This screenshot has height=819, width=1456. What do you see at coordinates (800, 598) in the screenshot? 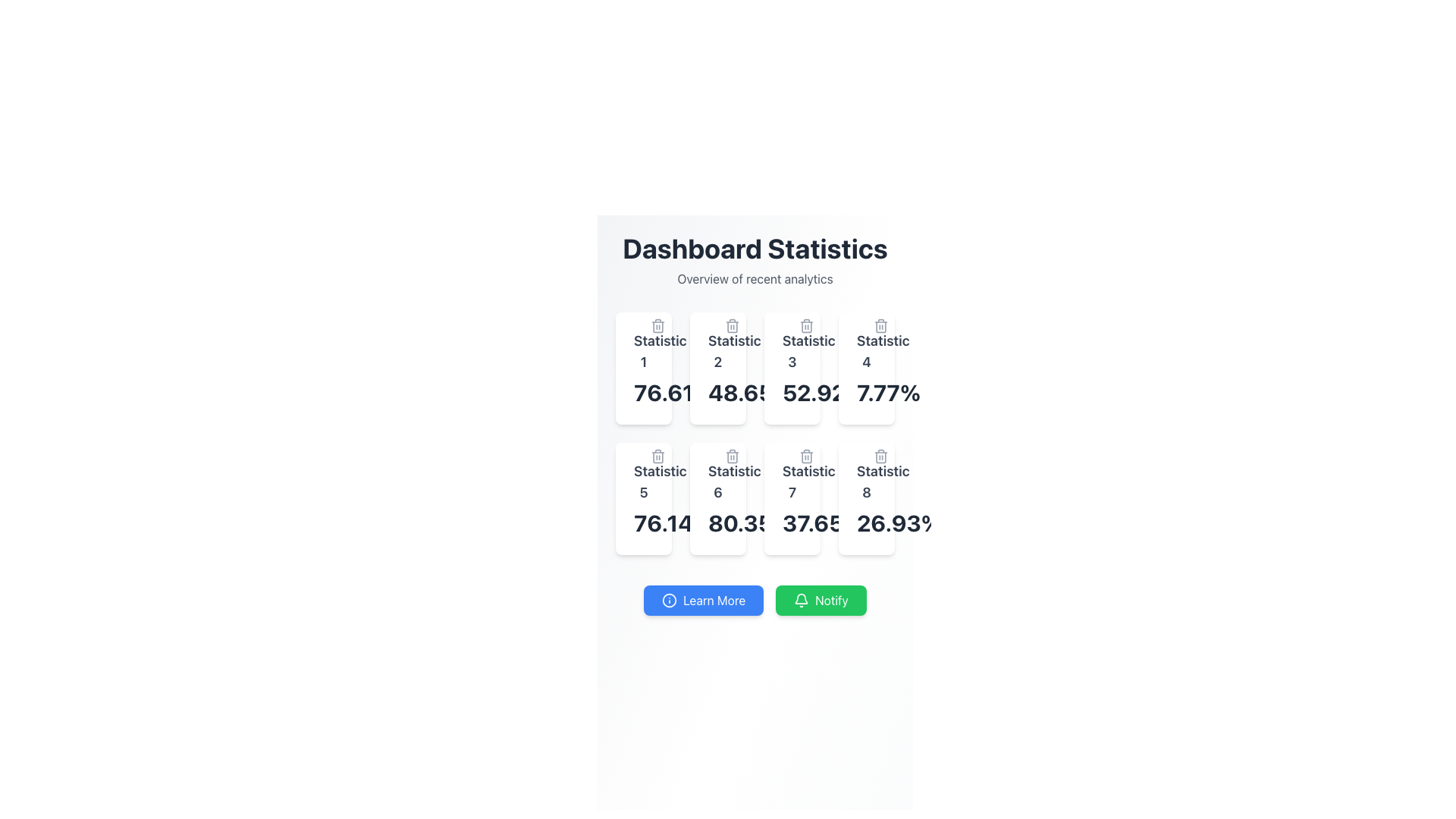
I see `the green bell-shaped icon within the 'Notify' button at the bottom right corner` at bounding box center [800, 598].